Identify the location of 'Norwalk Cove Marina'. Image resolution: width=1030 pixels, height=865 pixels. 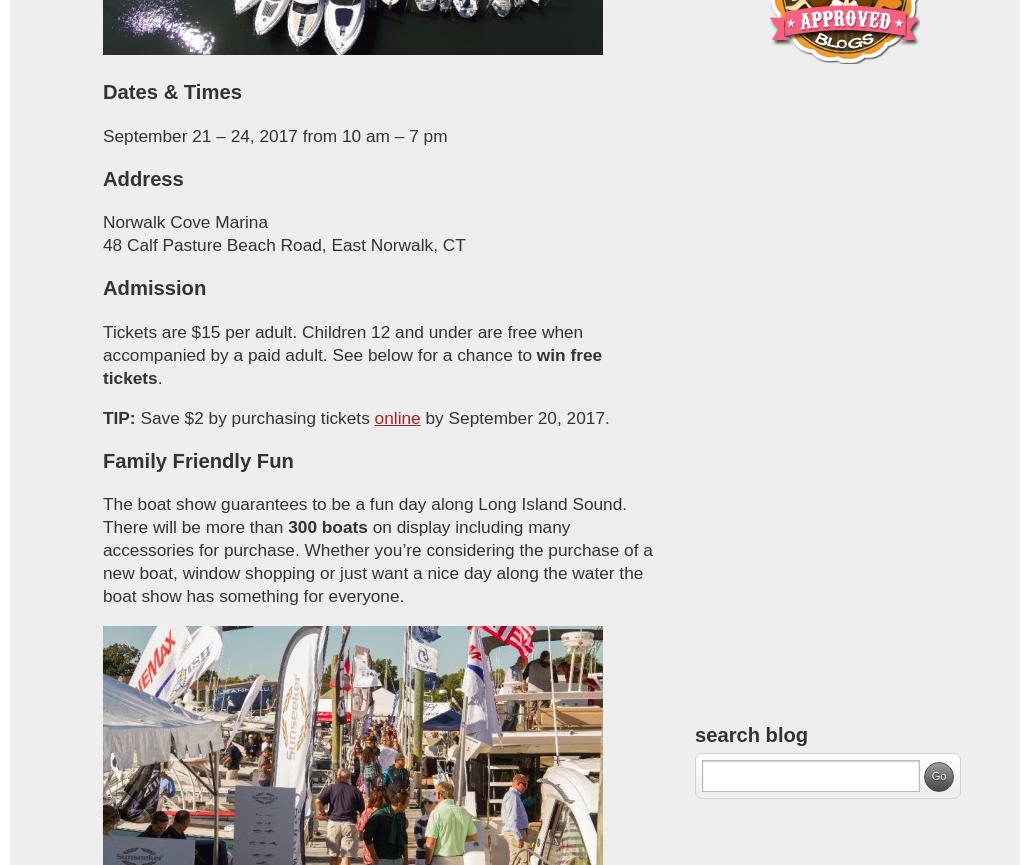
(185, 220).